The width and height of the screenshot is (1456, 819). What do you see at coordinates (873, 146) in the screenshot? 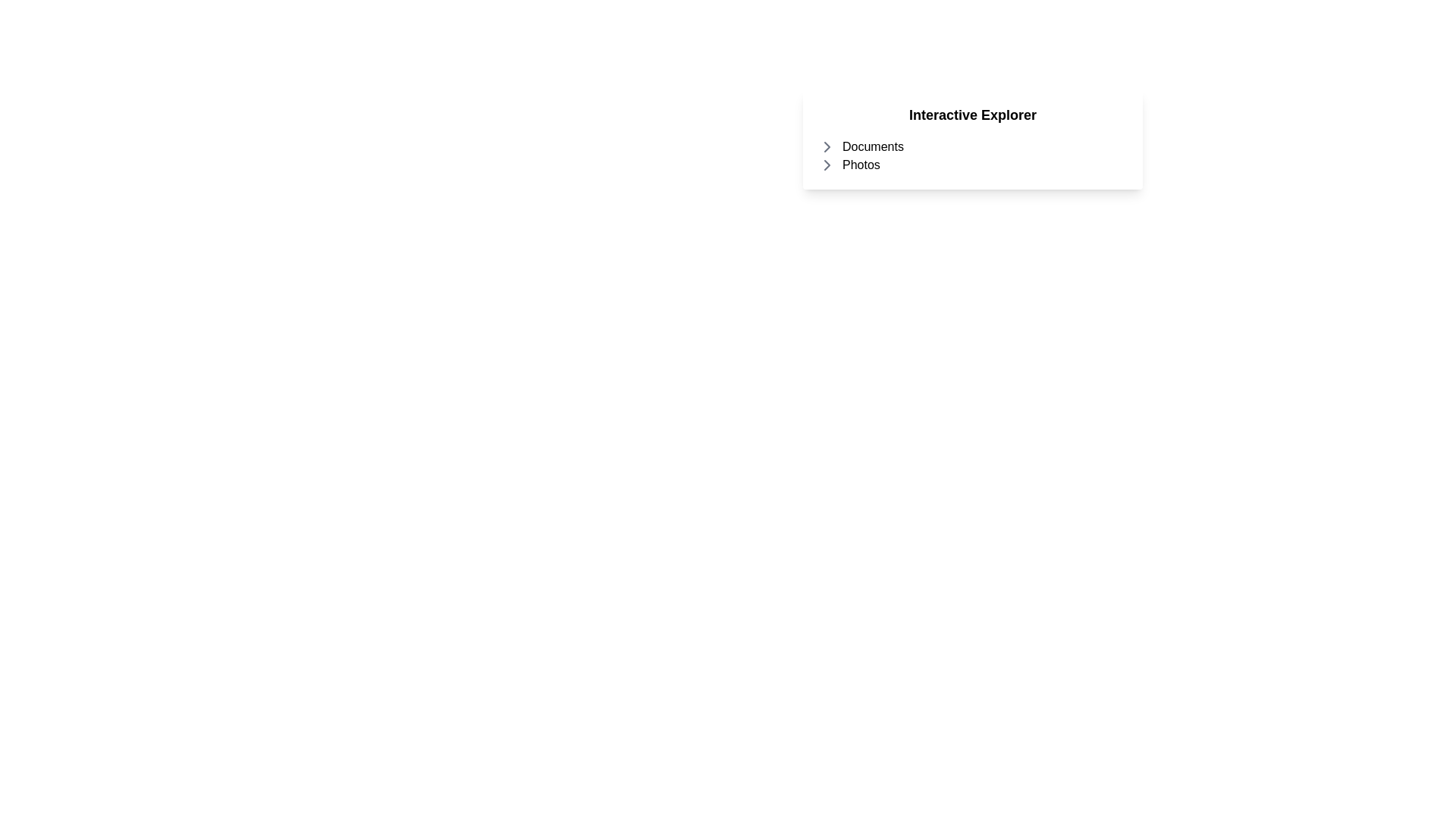
I see `the 'Documents' text label in the 'Interactive Explorer' menu` at bounding box center [873, 146].